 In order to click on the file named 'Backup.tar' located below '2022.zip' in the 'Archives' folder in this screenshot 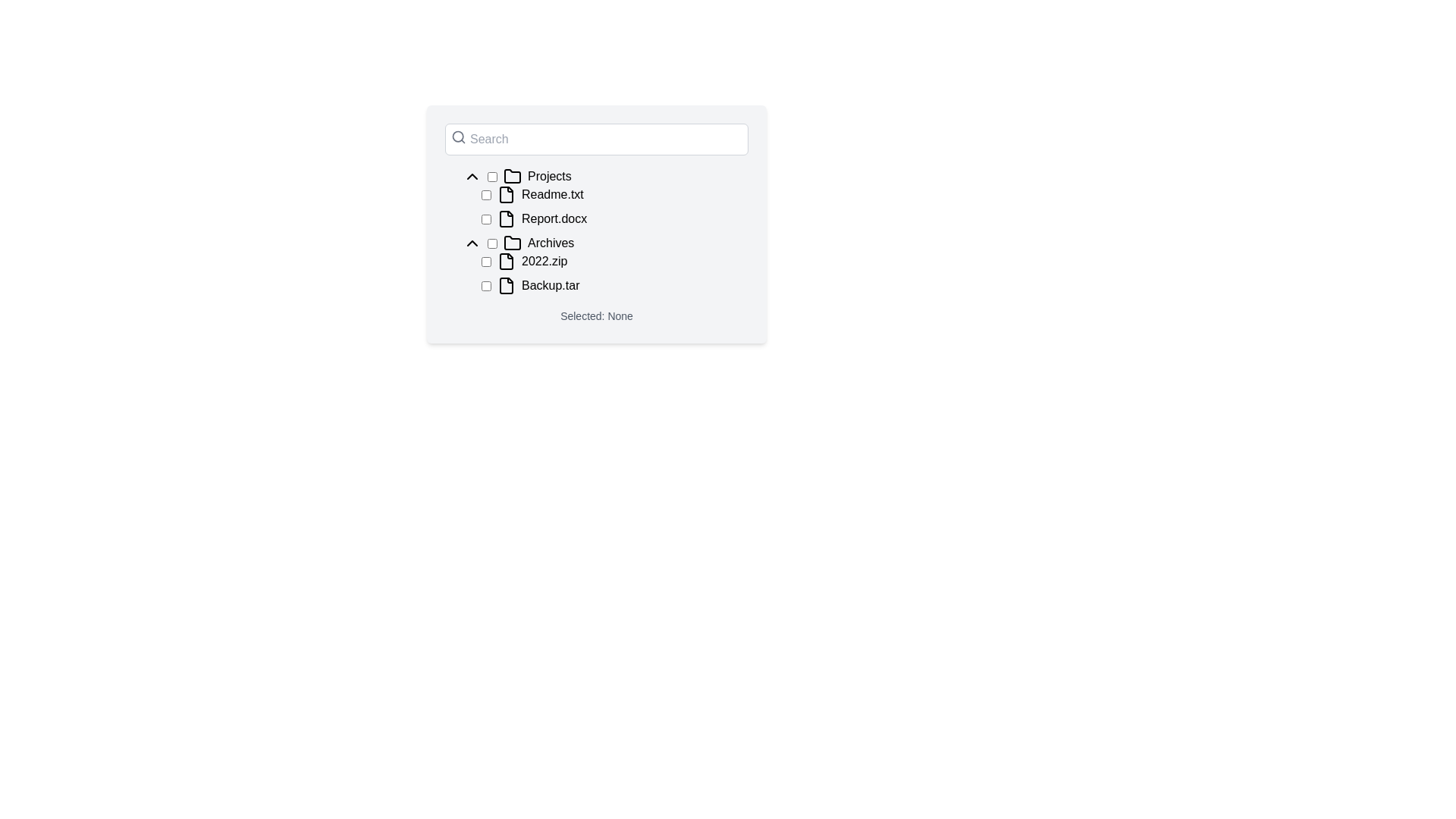, I will do `click(615, 286)`.